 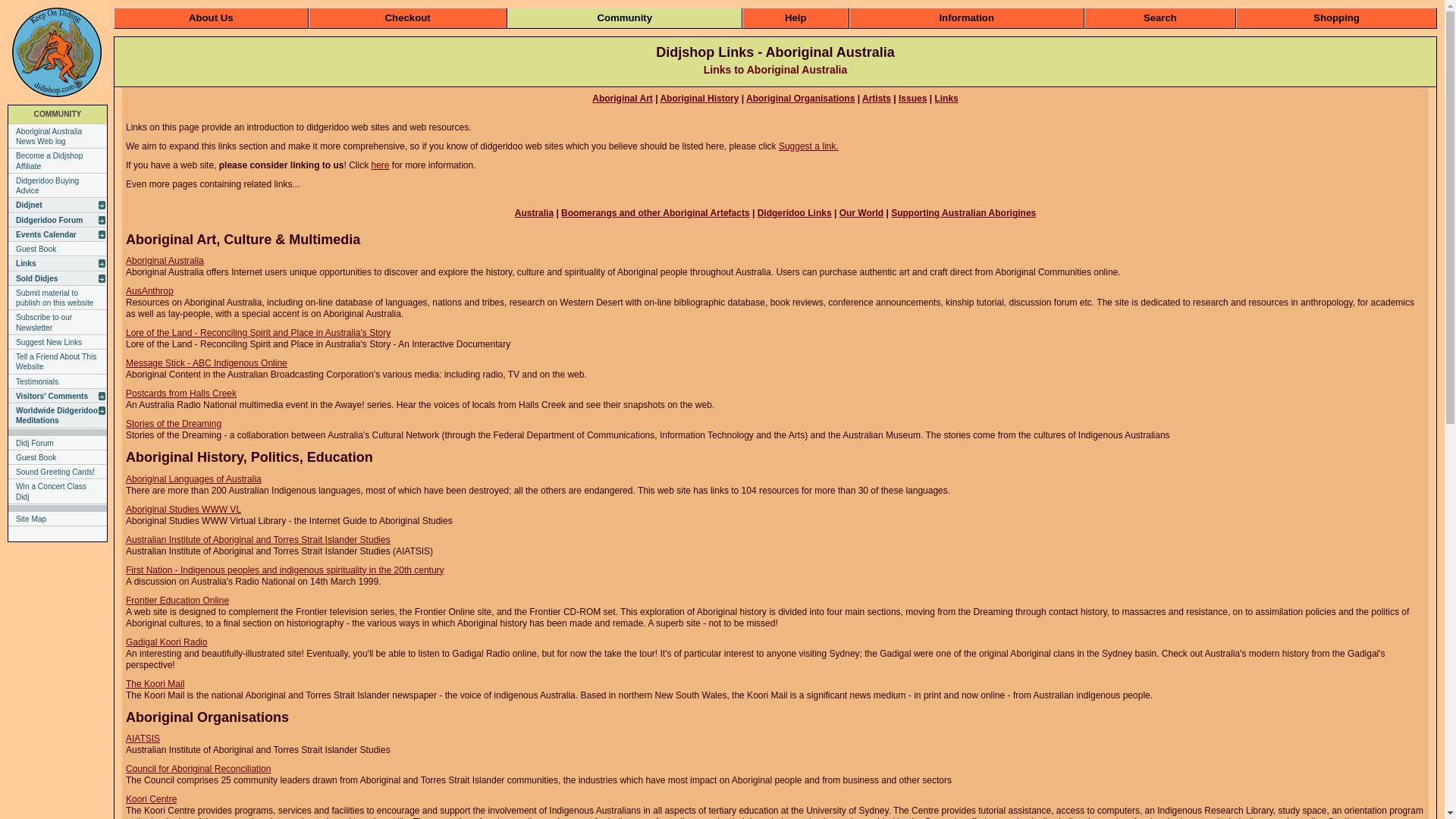 What do you see at coordinates (57, 395) in the screenshot?
I see `'Visitors' Comments'` at bounding box center [57, 395].